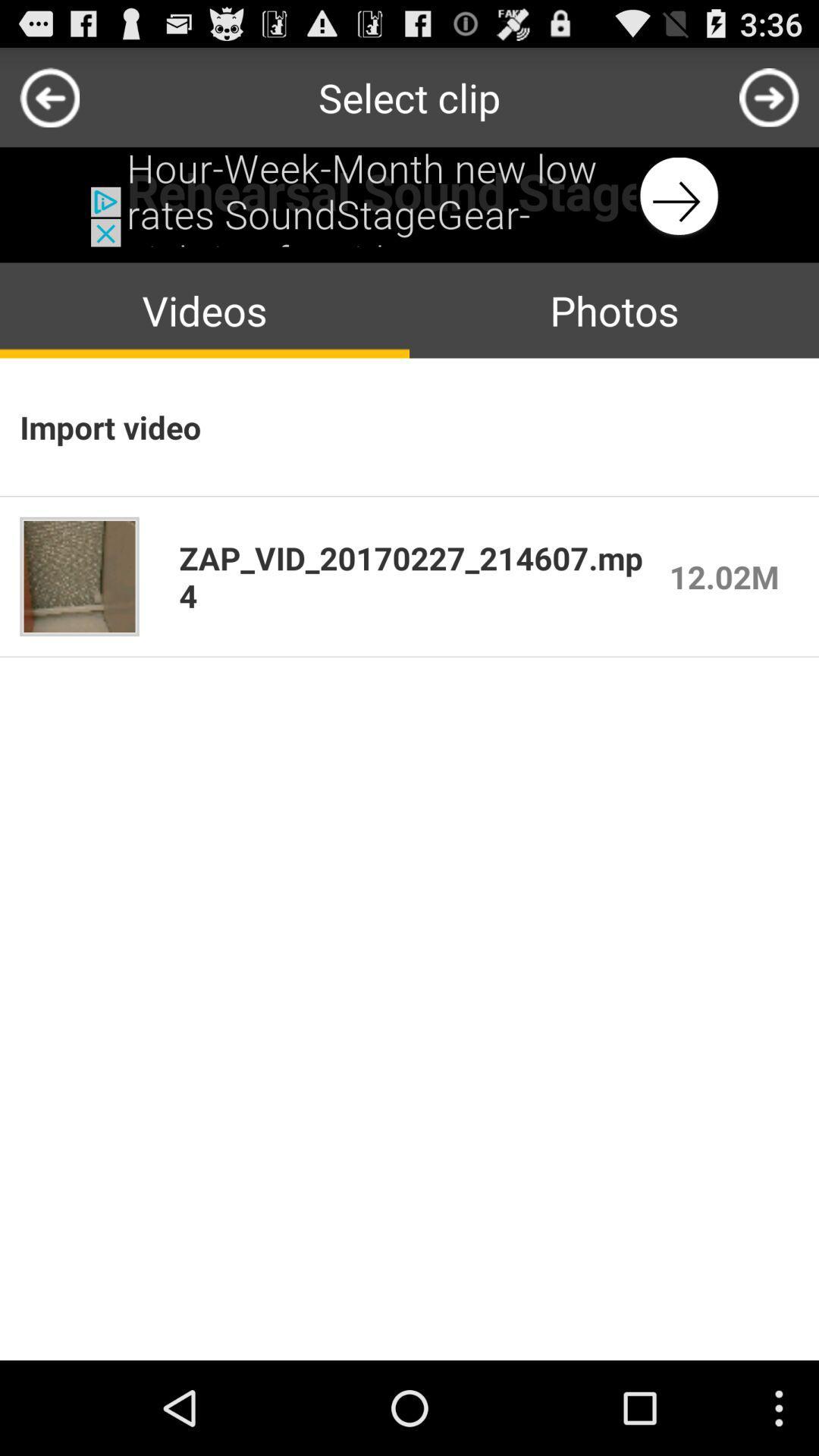 This screenshot has width=819, height=1456. I want to click on find more, so click(769, 96).